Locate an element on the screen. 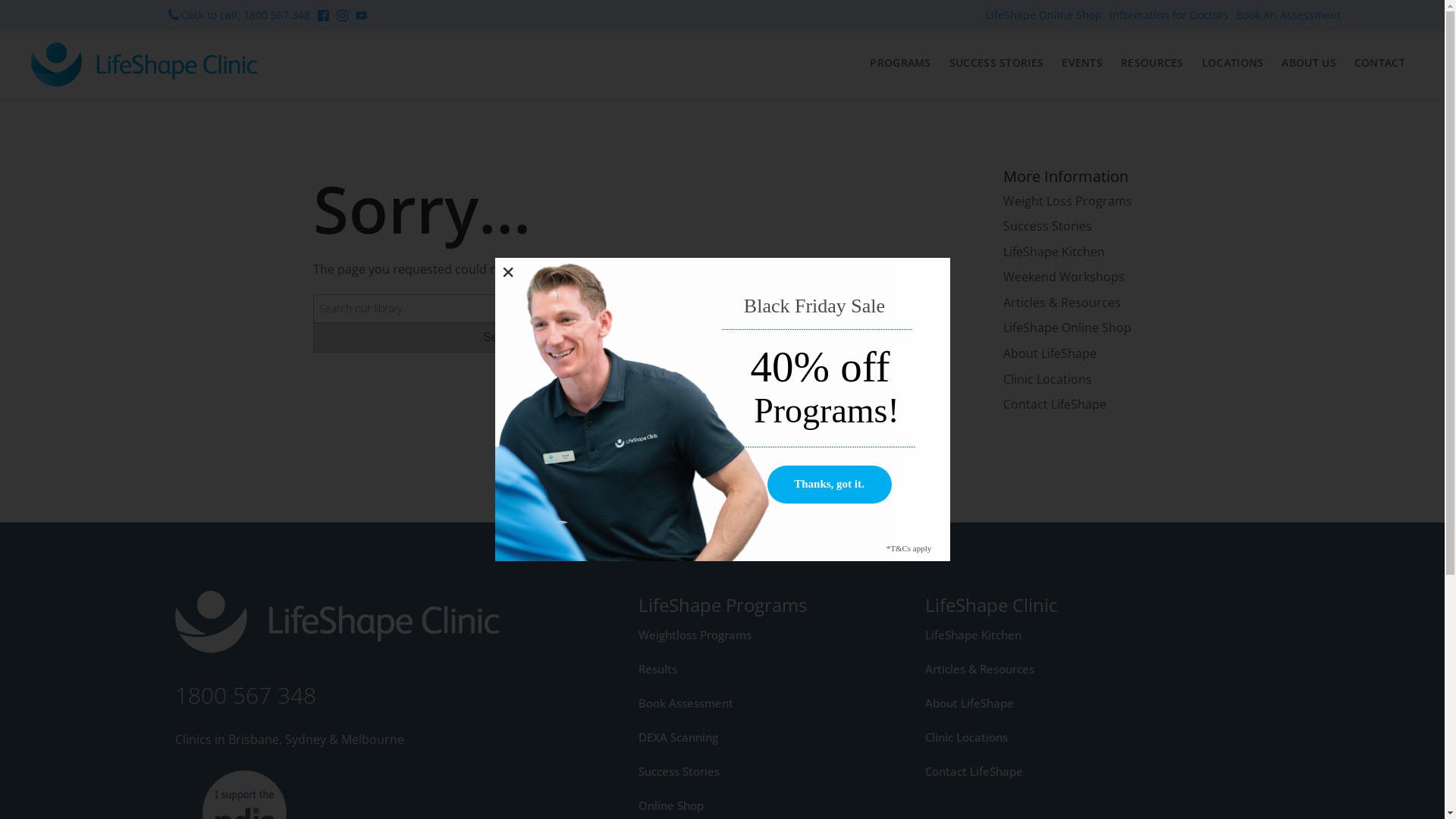  'LifeShape Kitchen' is located at coordinates (979, 635).